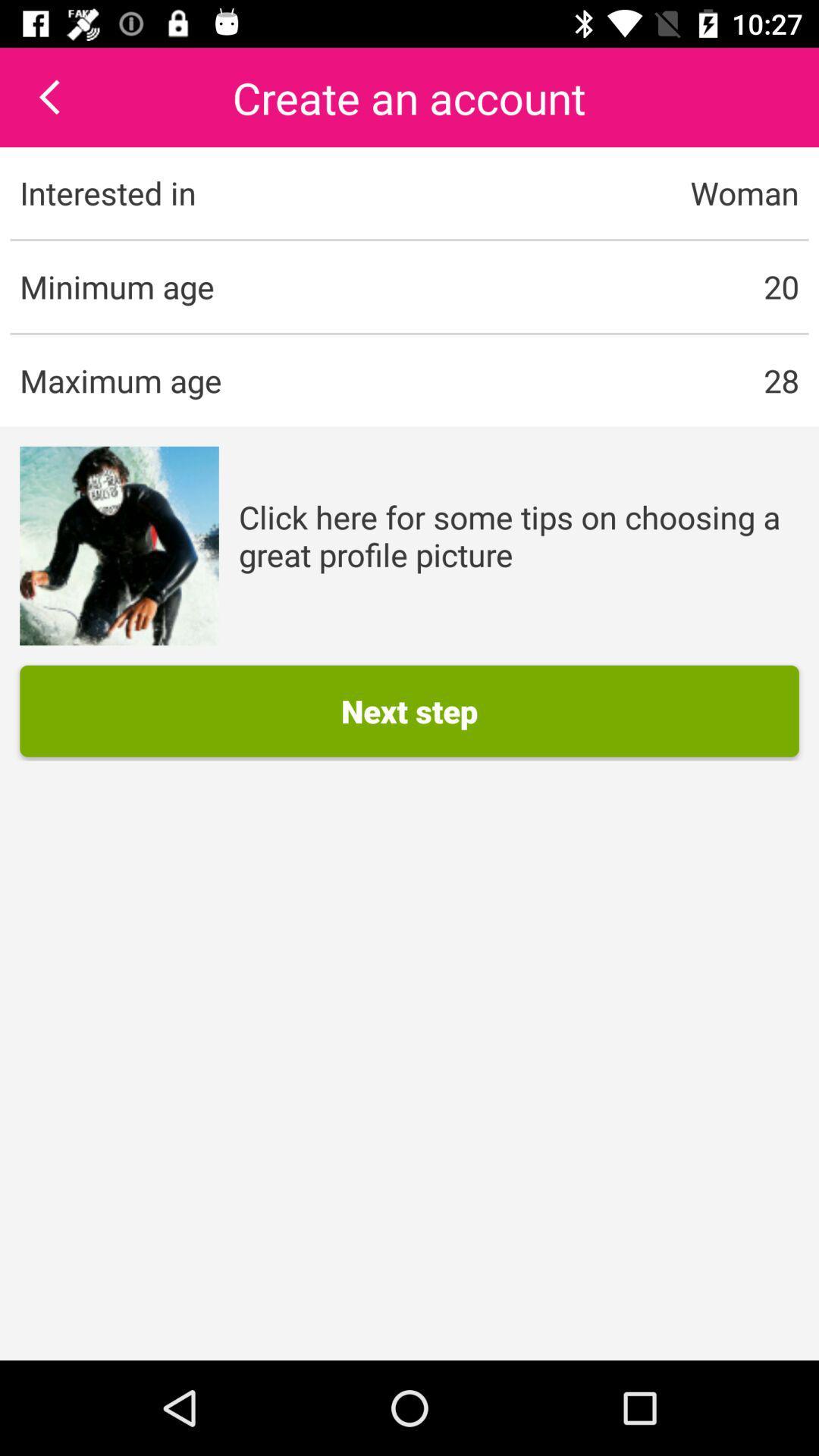 The image size is (819, 1456). I want to click on the text next to image, so click(518, 535).